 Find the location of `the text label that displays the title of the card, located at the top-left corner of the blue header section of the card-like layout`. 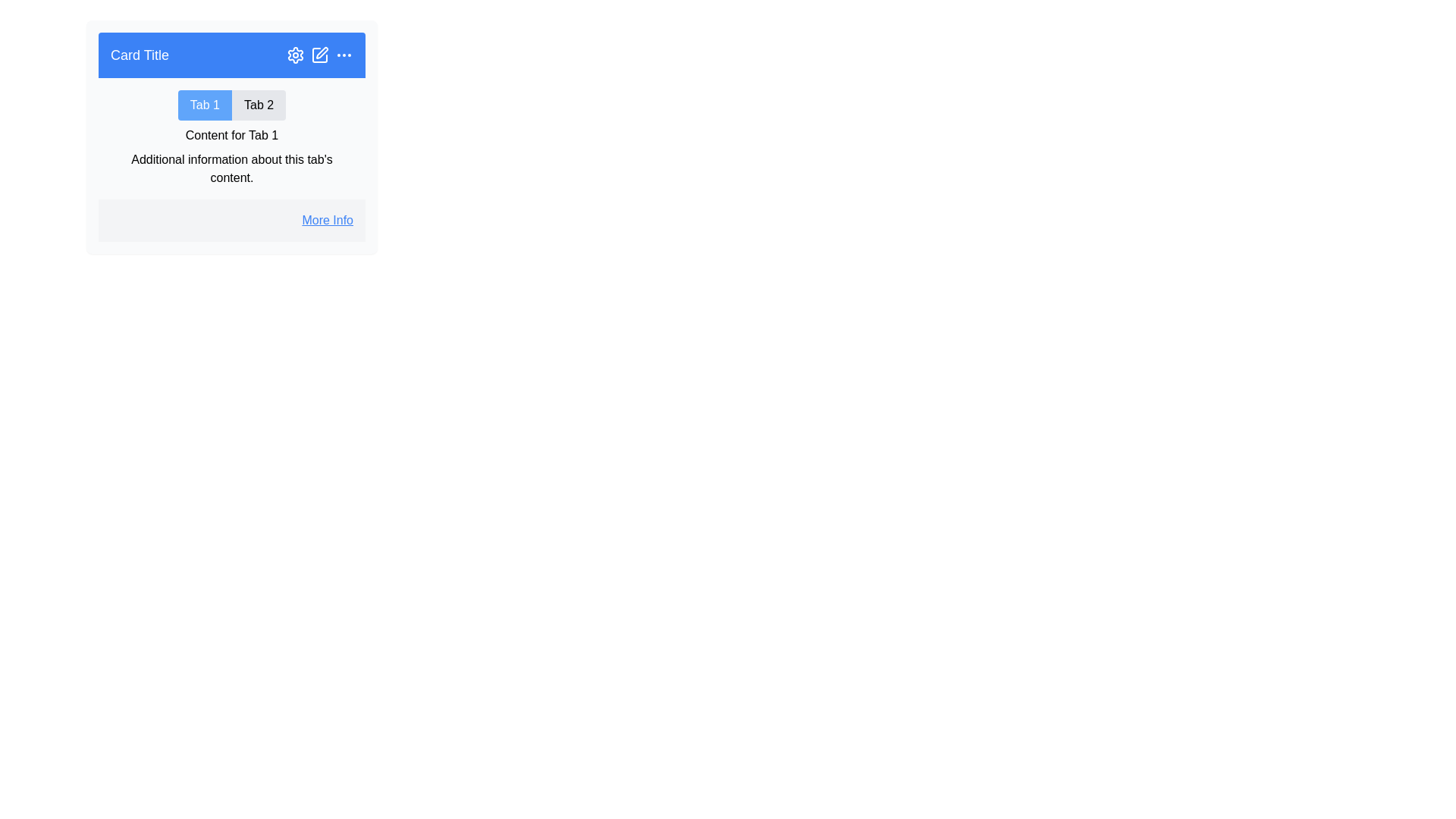

the text label that displays the title of the card, located at the top-left corner of the blue header section of the card-like layout is located at coordinates (140, 55).